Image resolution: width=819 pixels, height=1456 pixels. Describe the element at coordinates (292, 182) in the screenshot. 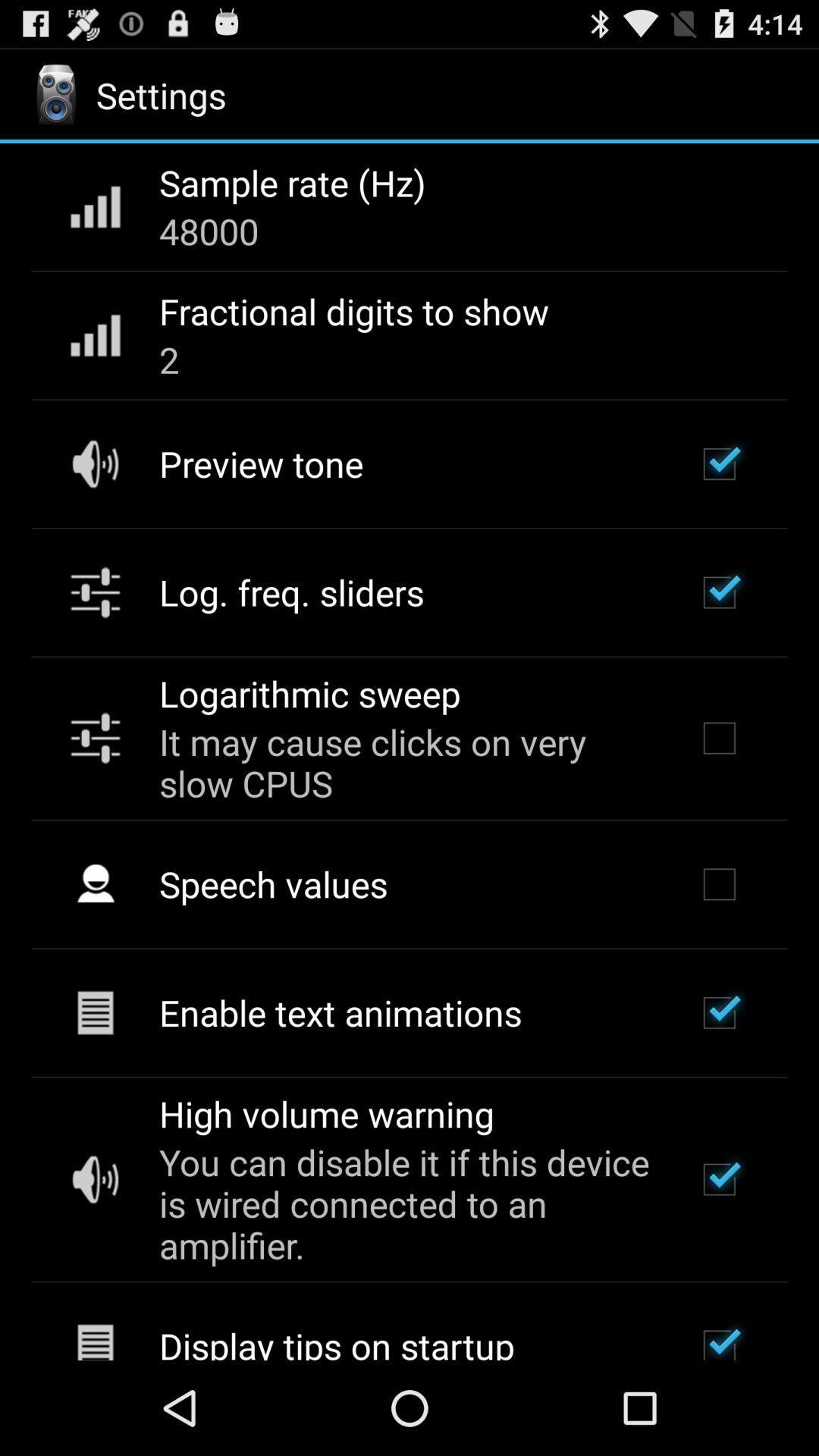

I see `the app below settings item` at that location.